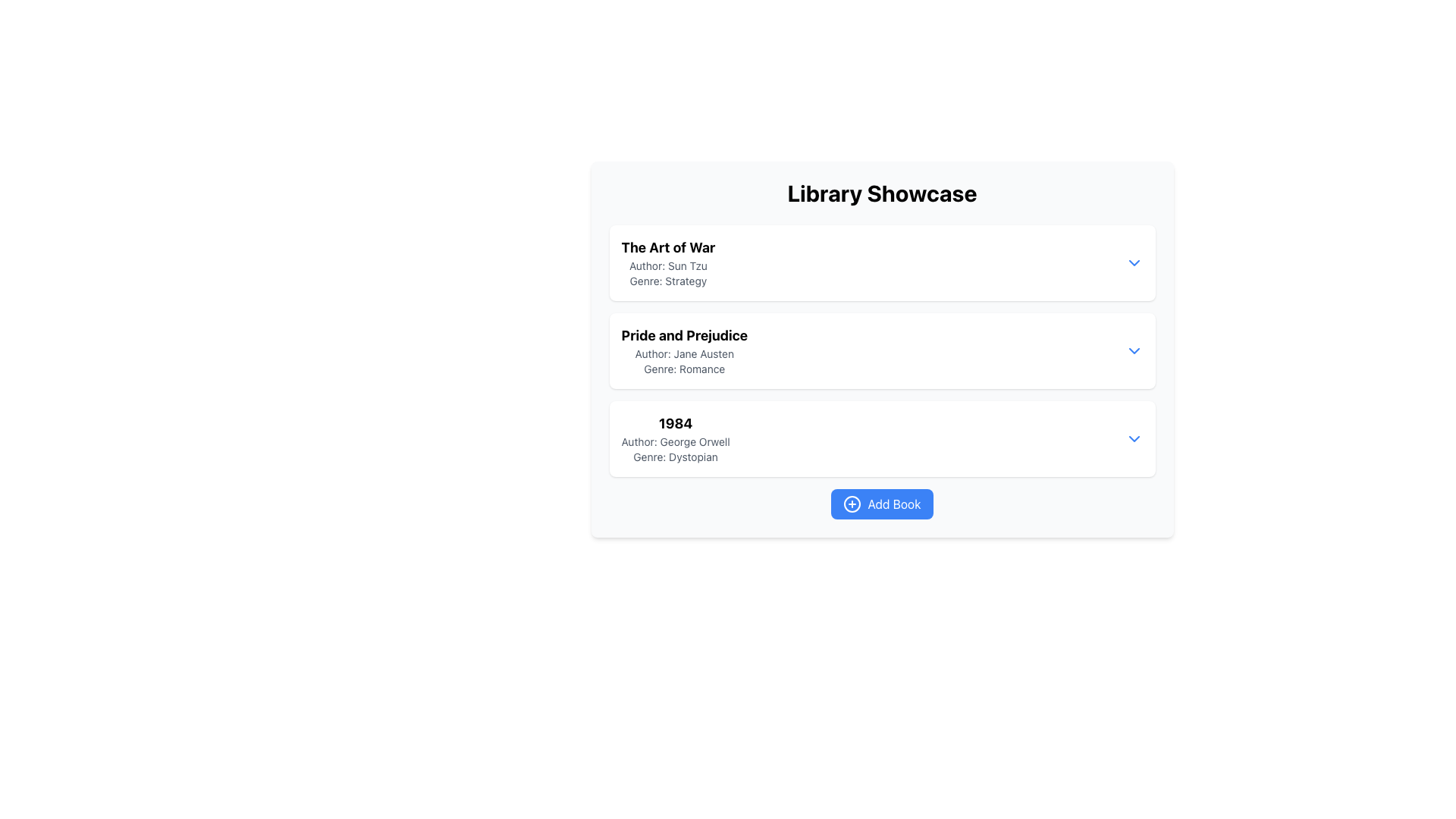  I want to click on the text element displaying '1984' in bold and large font located in the middle-right section of the interface, so click(675, 424).